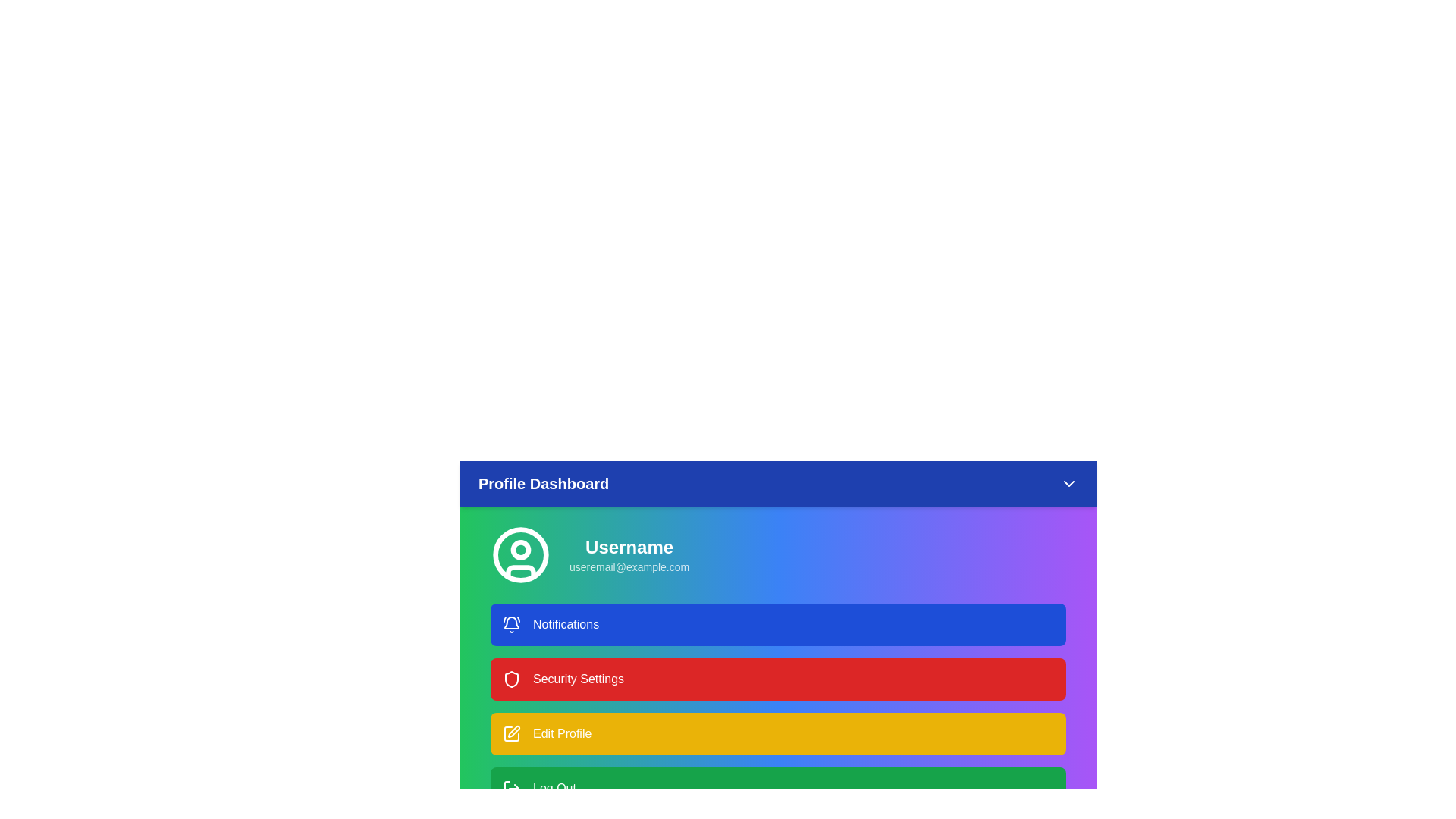  Describe the element at coordinates (778, 678) in the screenshot. I see `the 'Security Settings' menu item` at that location.